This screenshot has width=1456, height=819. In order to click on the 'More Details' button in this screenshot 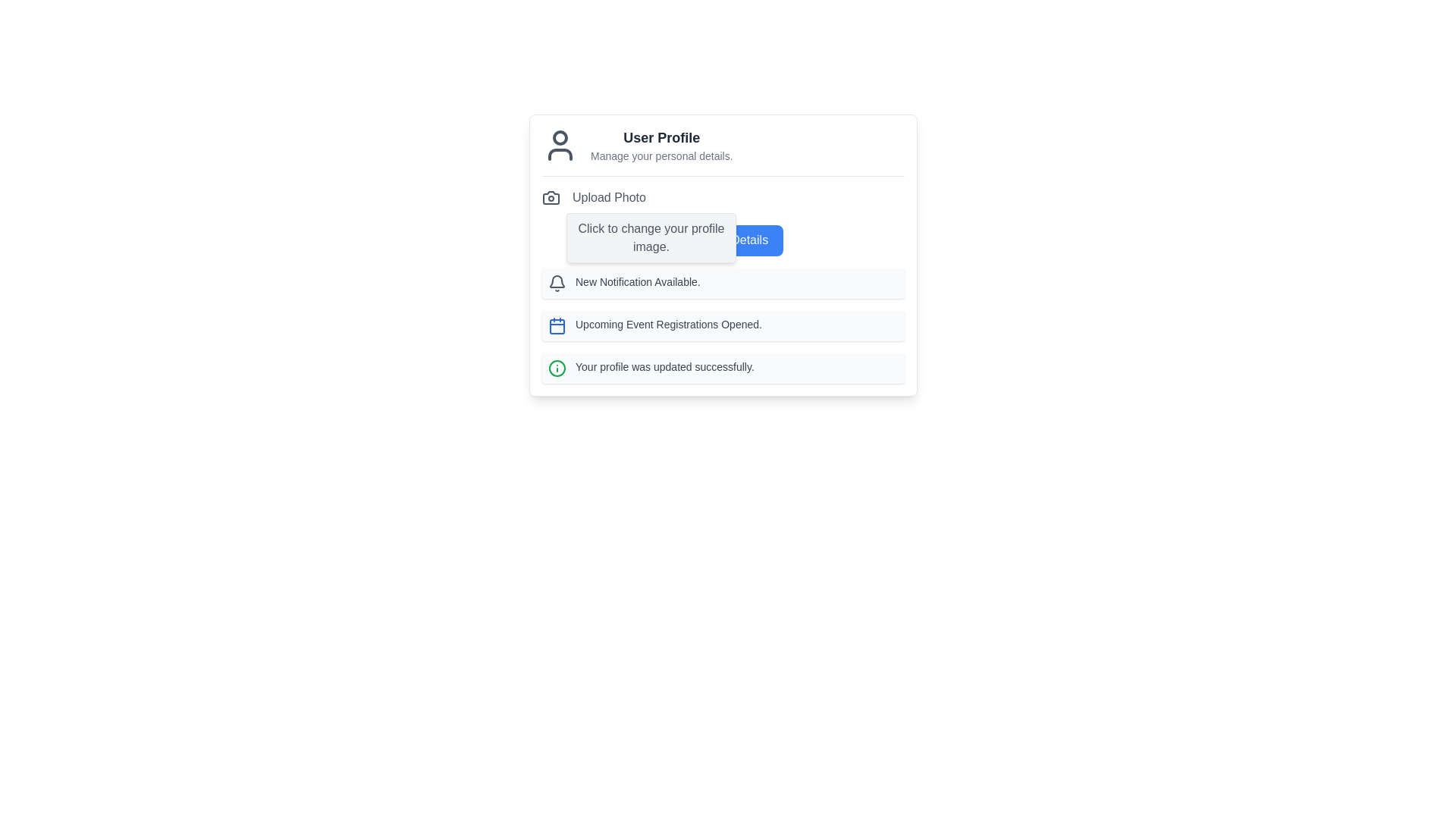, I will do `click(723, 239)`.